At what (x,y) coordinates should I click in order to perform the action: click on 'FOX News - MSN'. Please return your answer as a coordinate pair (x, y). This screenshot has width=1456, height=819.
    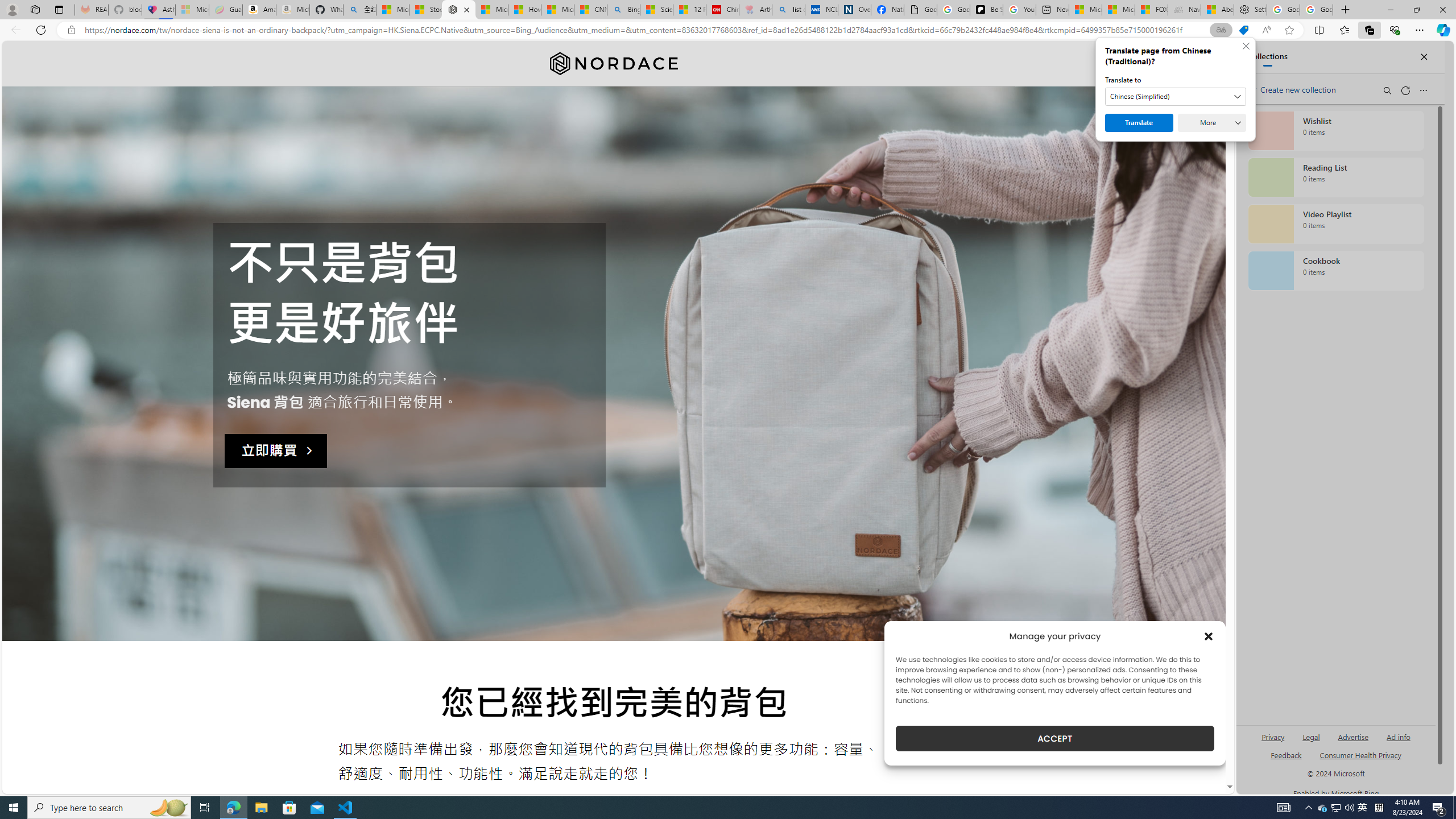
    Looking at the image, I should click on (1150, 9).